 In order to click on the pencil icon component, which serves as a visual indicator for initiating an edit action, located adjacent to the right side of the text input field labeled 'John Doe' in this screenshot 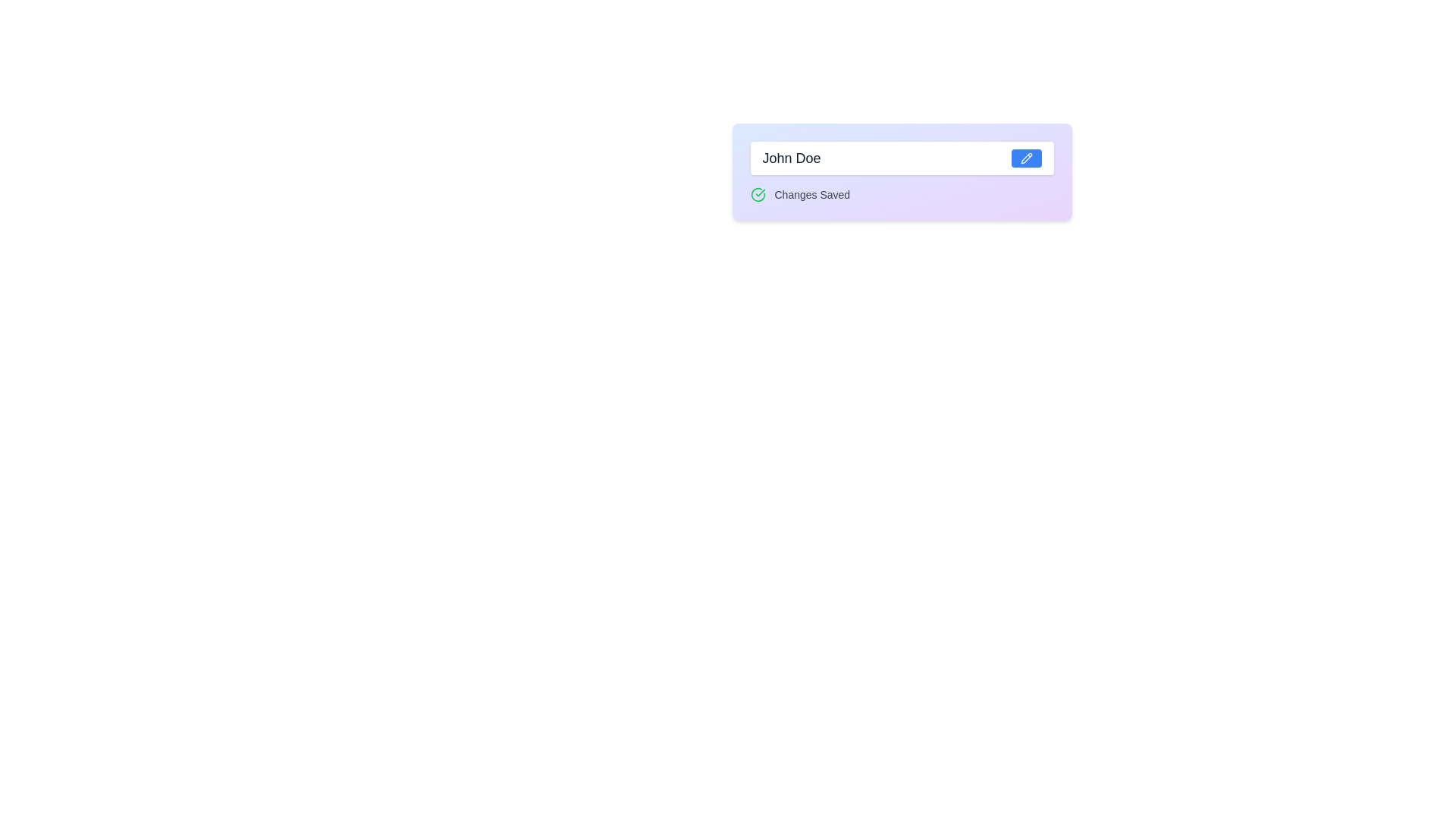, I will do `click(1026, 158)`.